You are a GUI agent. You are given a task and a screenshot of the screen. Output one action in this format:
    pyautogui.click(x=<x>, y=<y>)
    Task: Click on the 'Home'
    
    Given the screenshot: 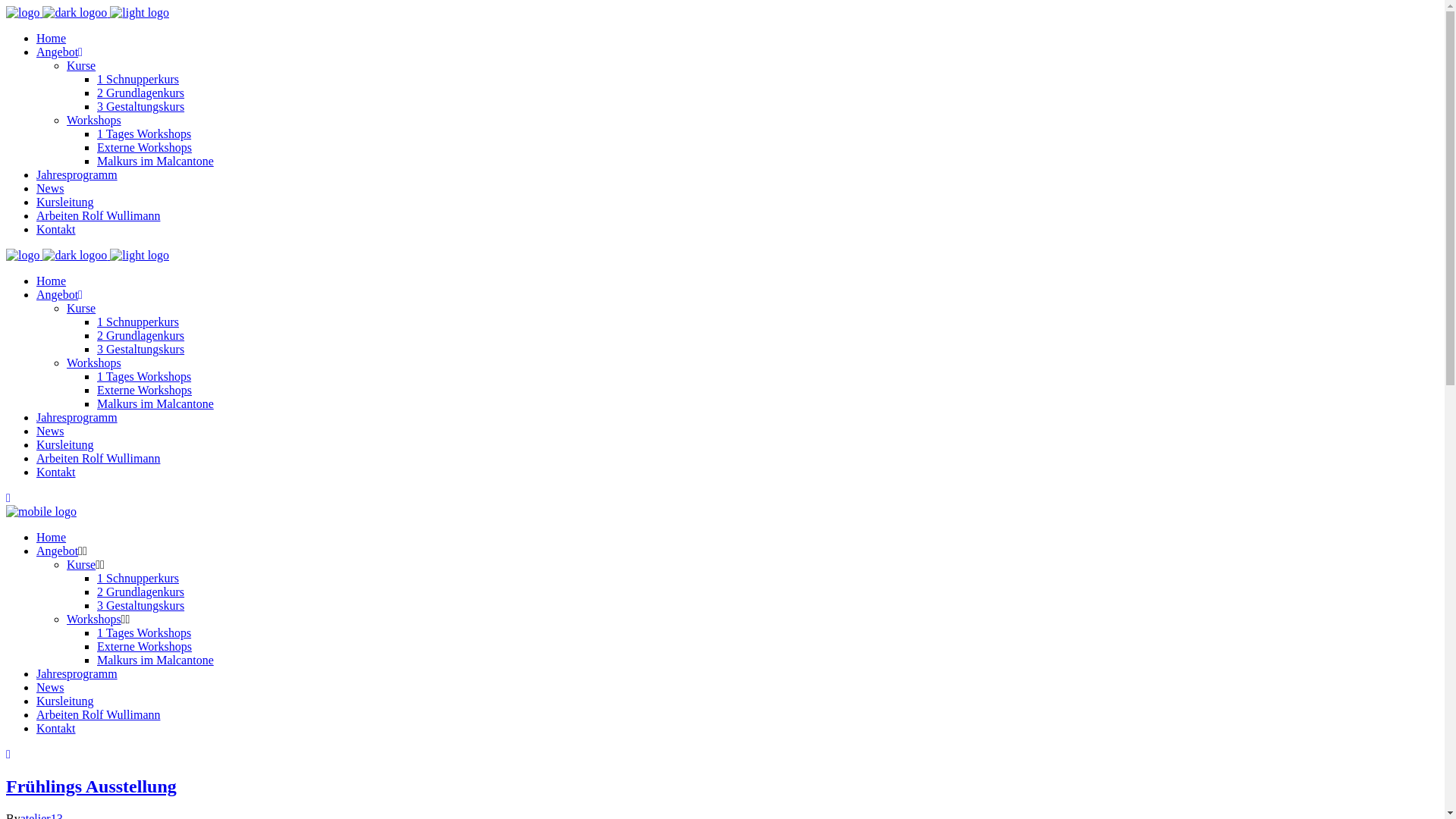 What is the action you would take?
    pyautogui.click(x=51, y=536)
    